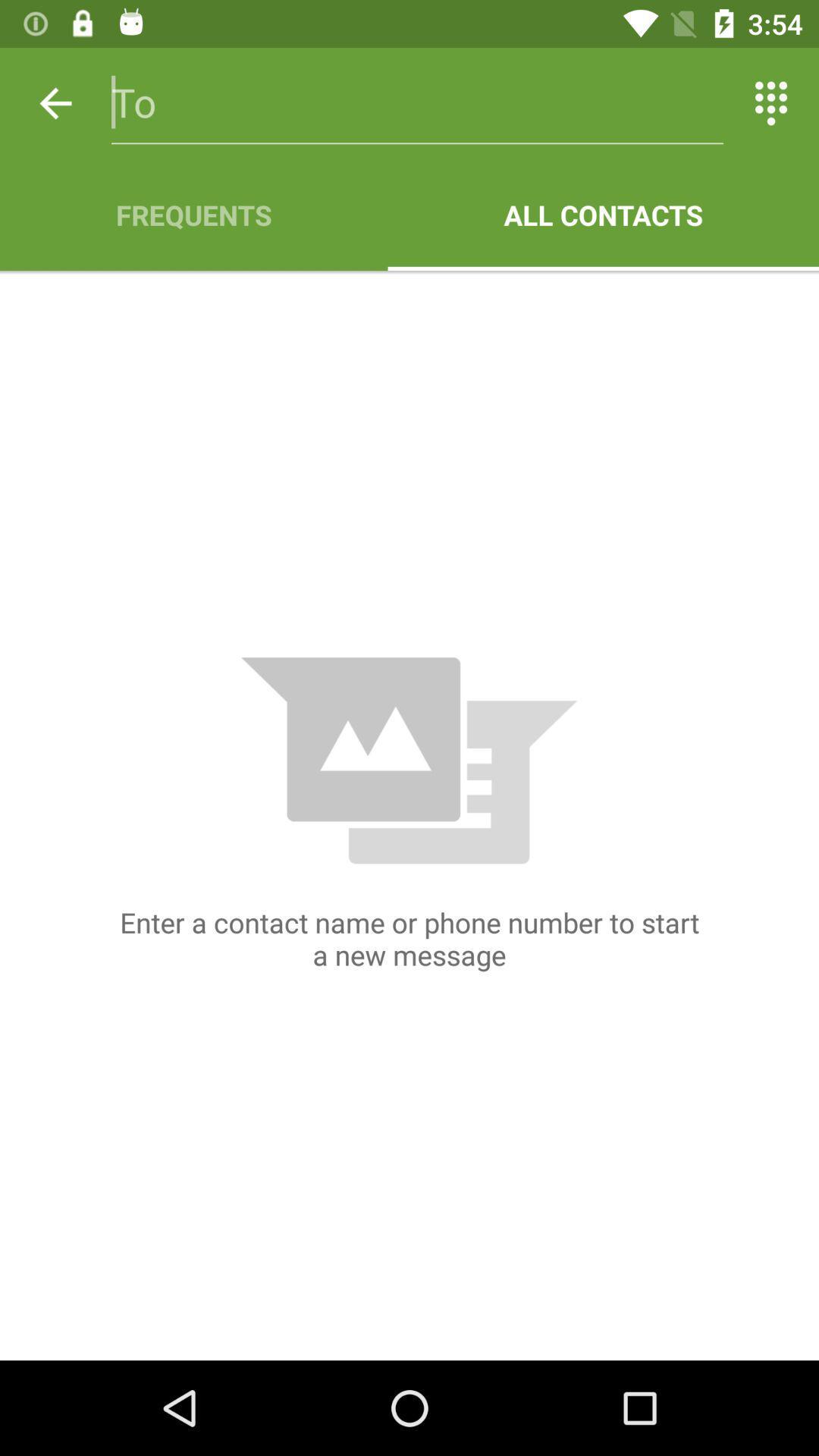 This screenshot has height=1456, width=819. Describe the element at coordinates (193, 214) in the screenshot. I see `frequents item` at that location.